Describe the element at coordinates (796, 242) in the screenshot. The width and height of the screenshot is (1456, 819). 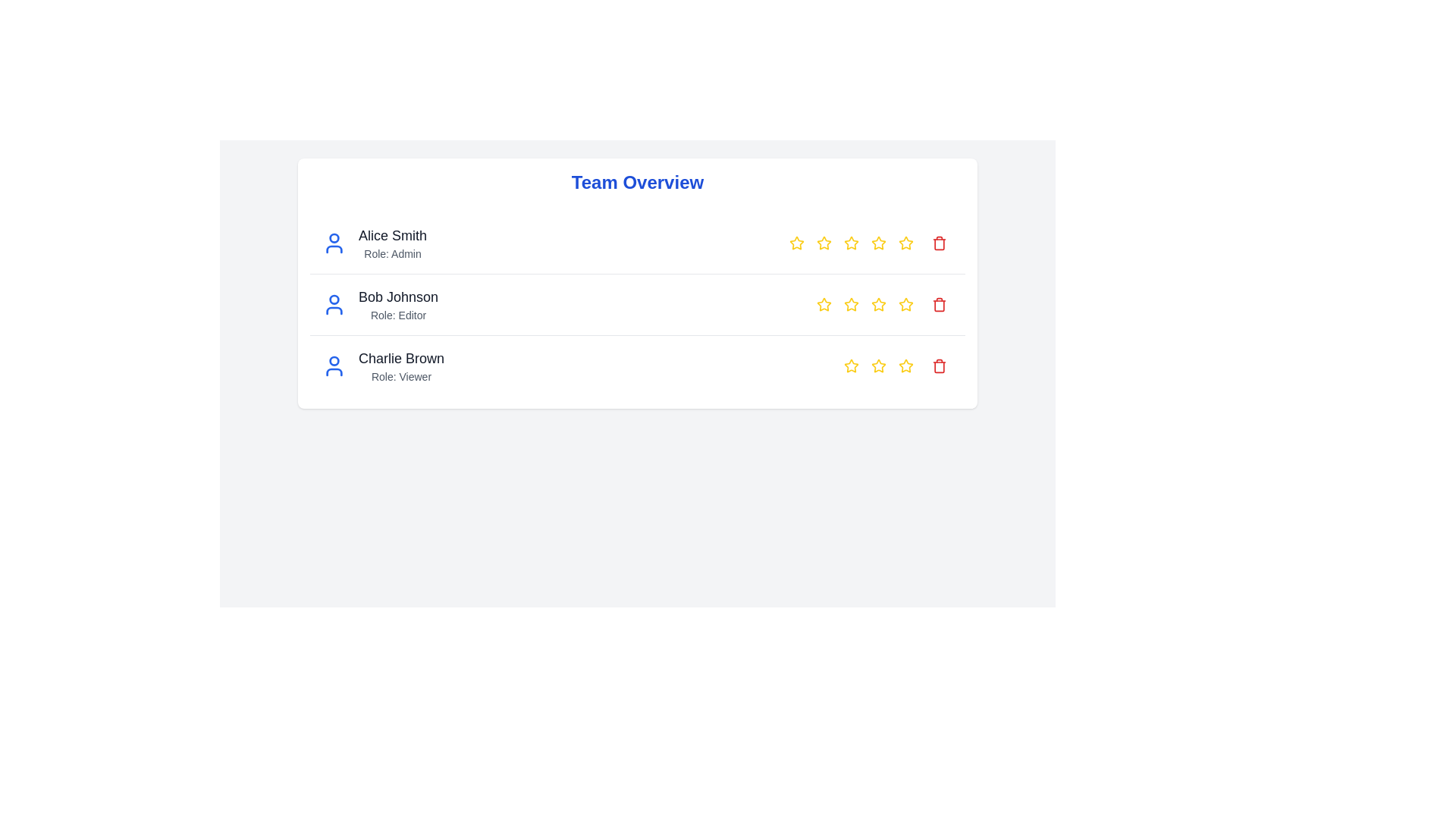
I see `the first star icon in the row of rating stars for user Alice Smith in the 'Team Overview' section` at that location.